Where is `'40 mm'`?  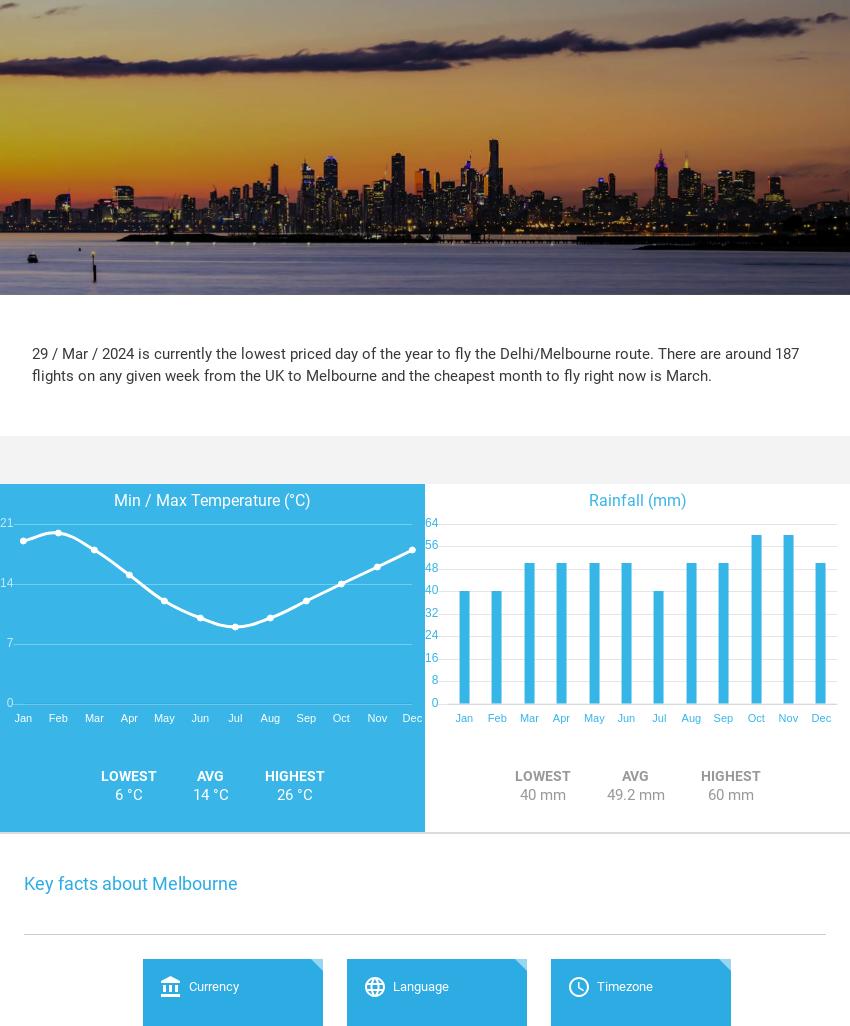
'40 mm' is located at coordinates (518, 793).